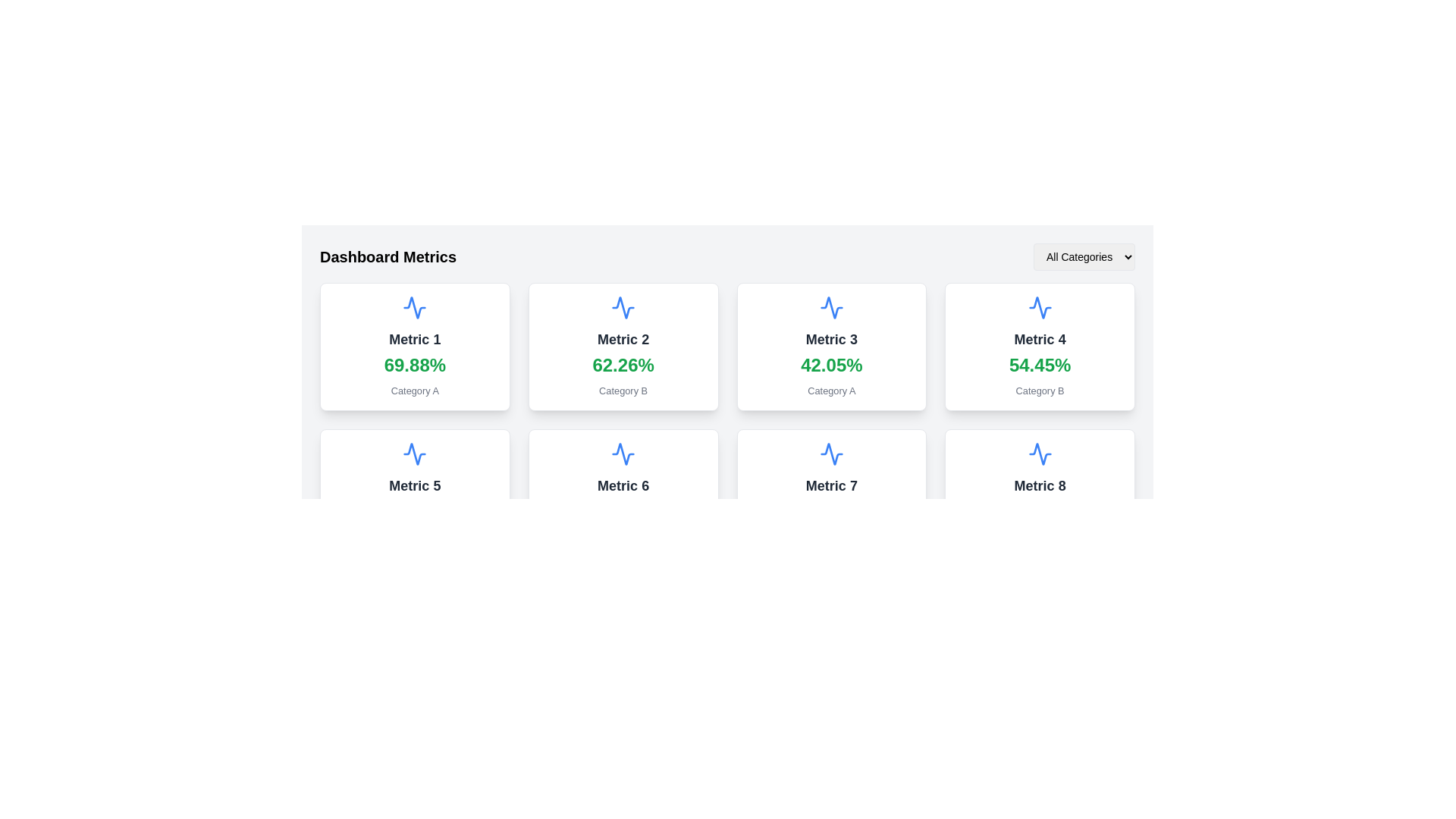 Image resolution: width=1456 pixels, height=819 pixels. I want to click on the simplified line icon resembling a waveform or heartbeat located at the center top of the card labeled 'Metric 8' in the lower right corner of the grid layout, so click(1039, 453).